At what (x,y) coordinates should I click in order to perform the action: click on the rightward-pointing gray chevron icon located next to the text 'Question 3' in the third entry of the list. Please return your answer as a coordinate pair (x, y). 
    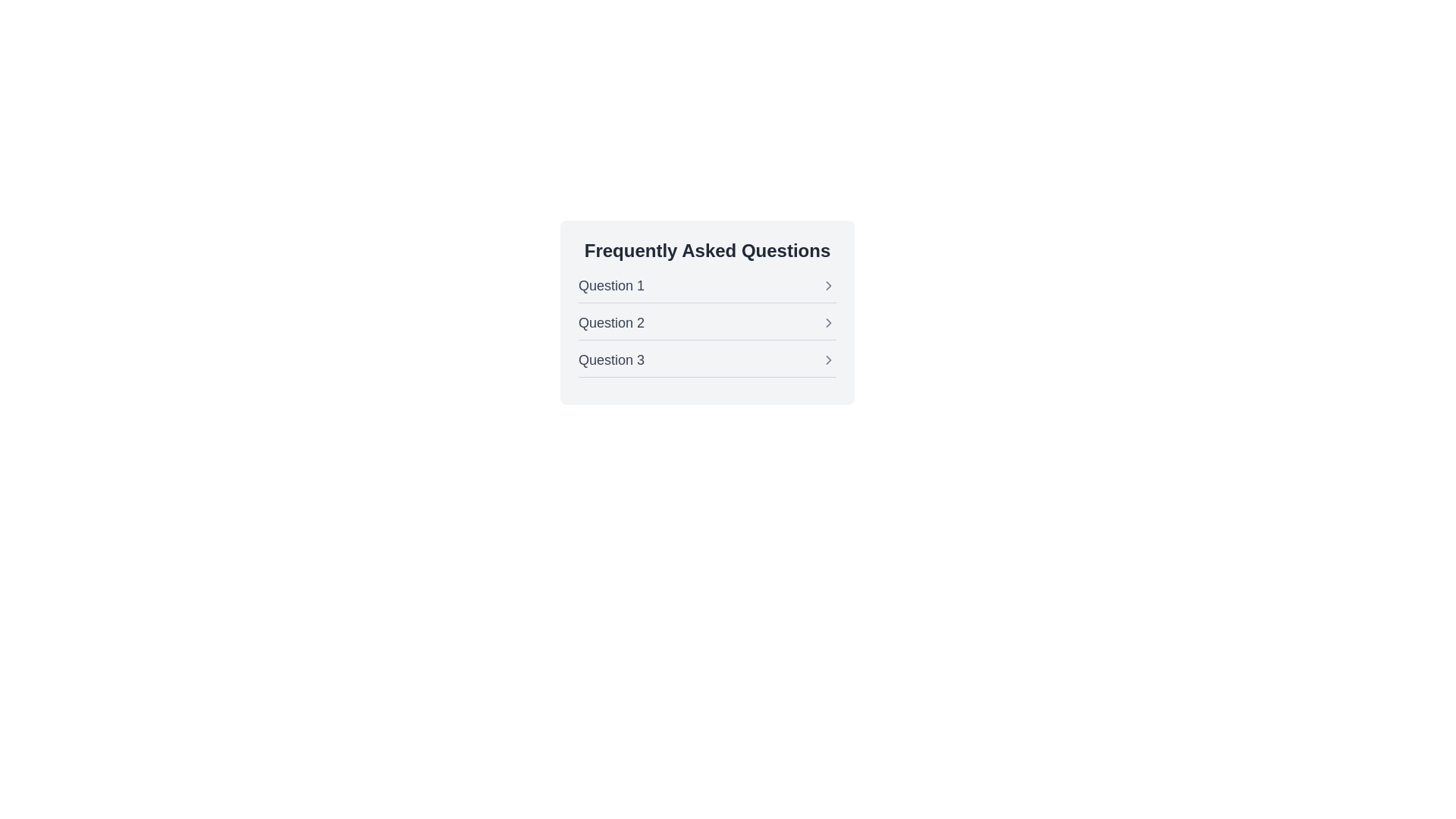
    Looking at the image, I should click on (828, 359).